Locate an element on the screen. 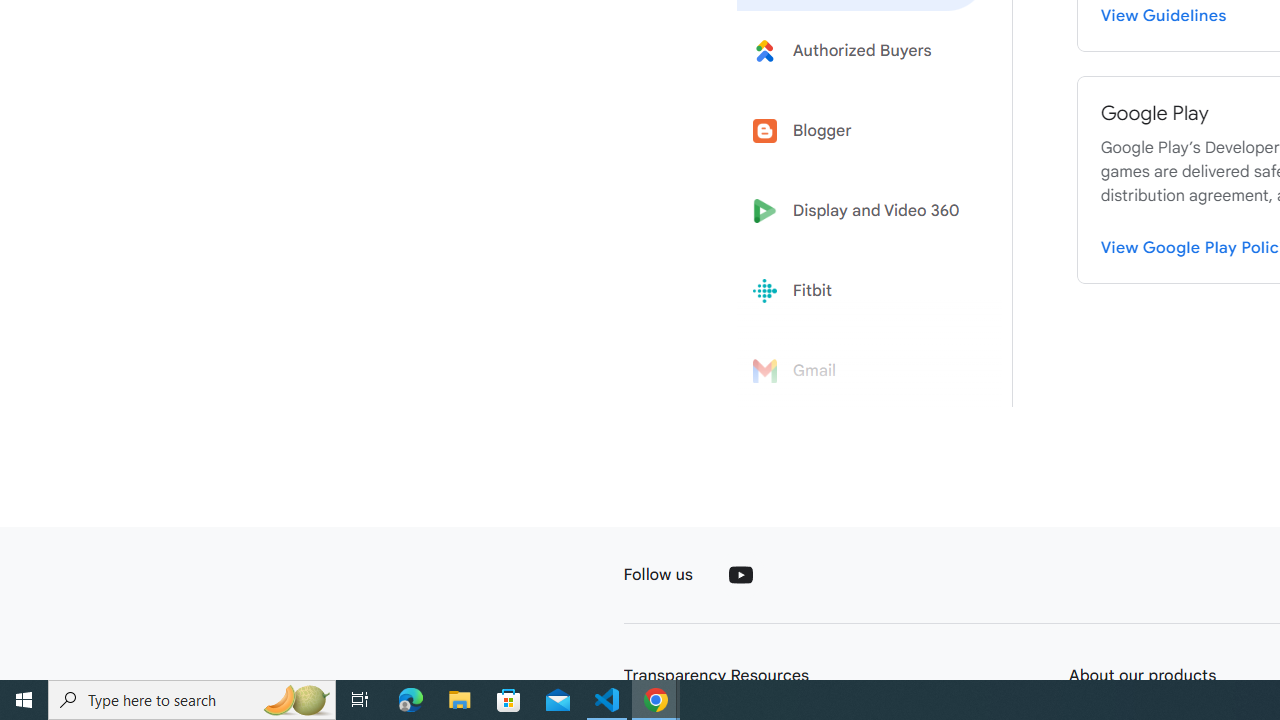  'YouTube' is located at coordinates (739, 574).